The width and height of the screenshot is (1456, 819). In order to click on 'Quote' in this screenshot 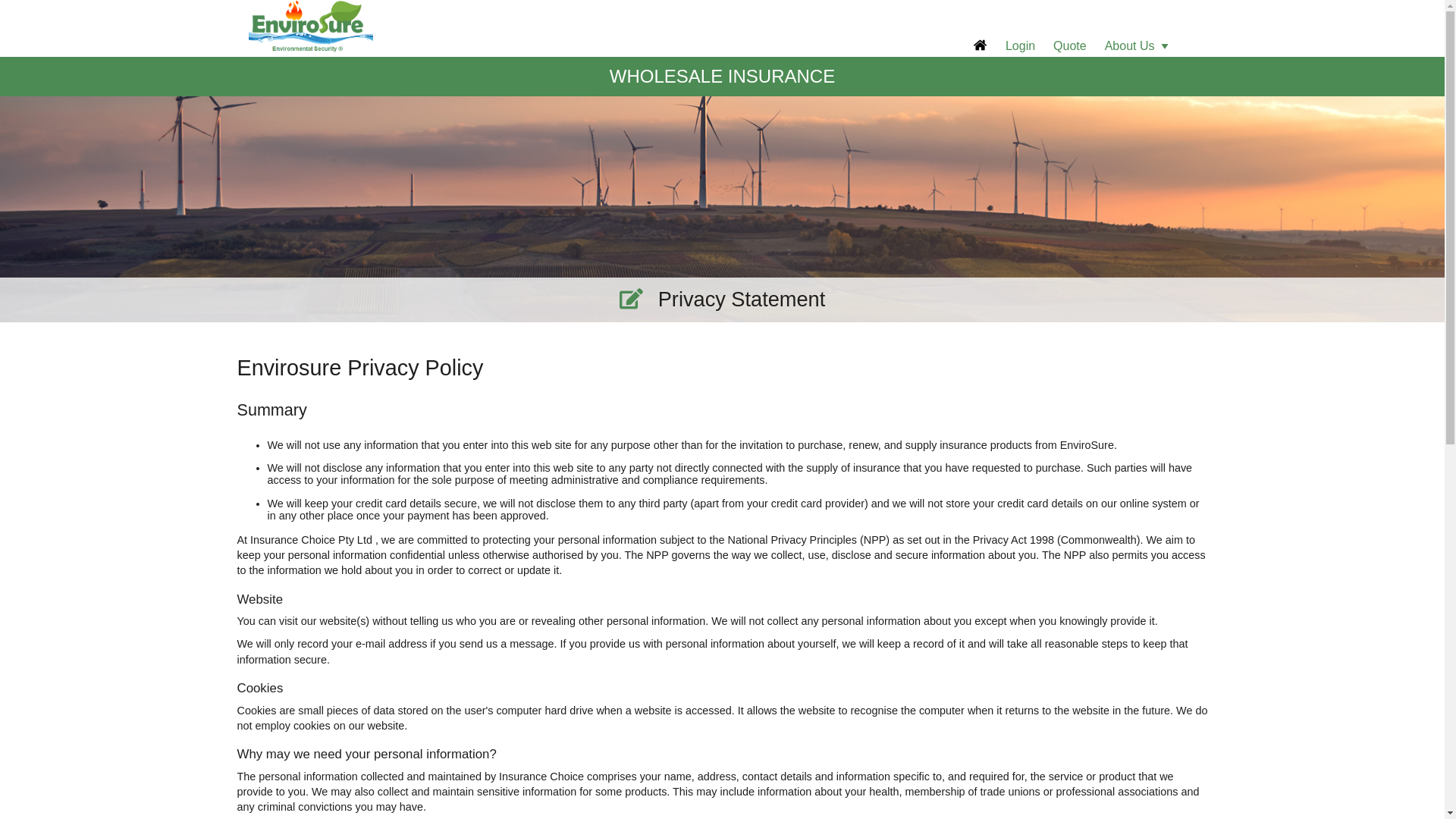, I will do `click(1069, 45)`.